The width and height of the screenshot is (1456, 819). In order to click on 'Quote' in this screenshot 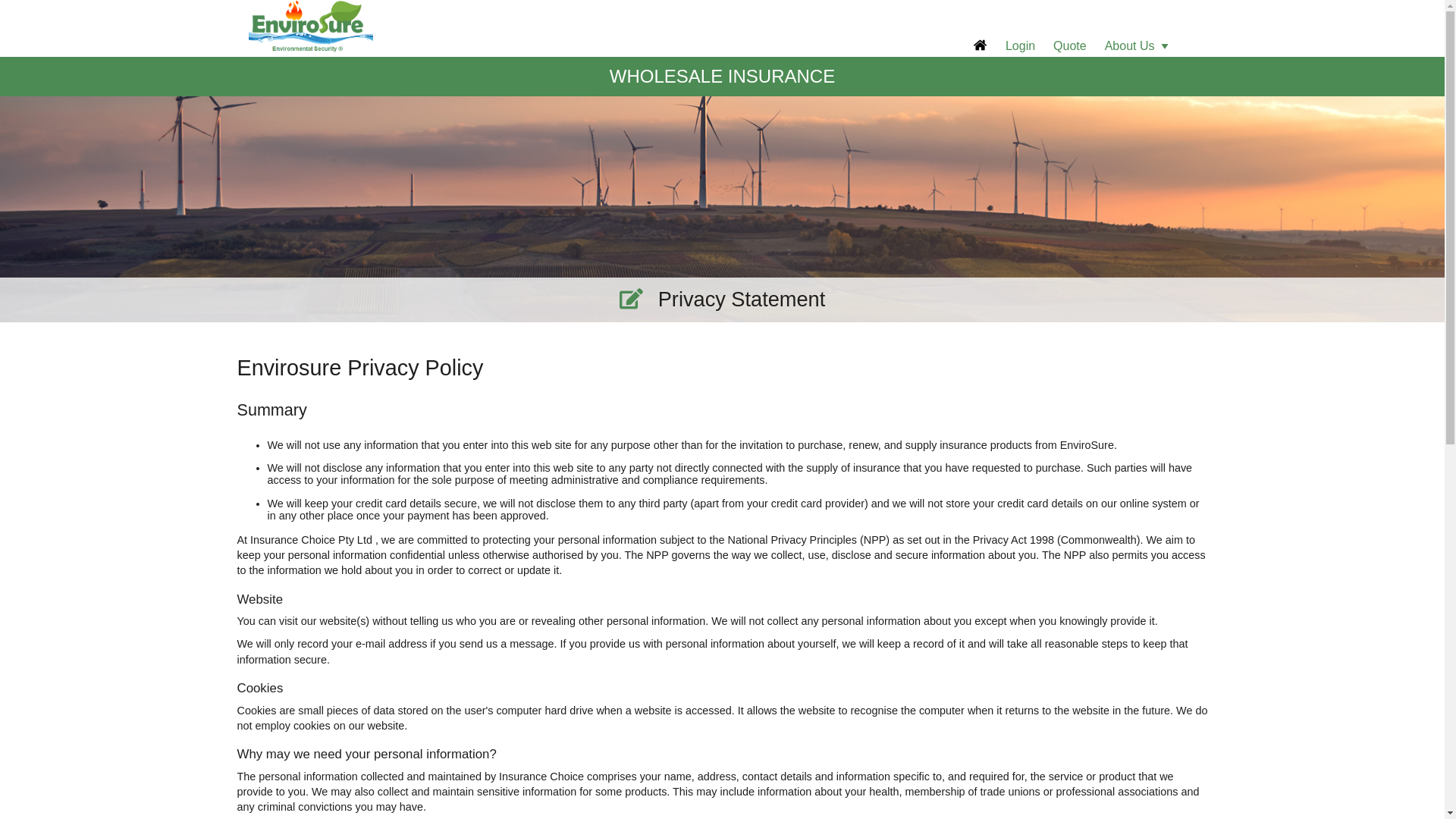, I will do `click(1069, 45)`.